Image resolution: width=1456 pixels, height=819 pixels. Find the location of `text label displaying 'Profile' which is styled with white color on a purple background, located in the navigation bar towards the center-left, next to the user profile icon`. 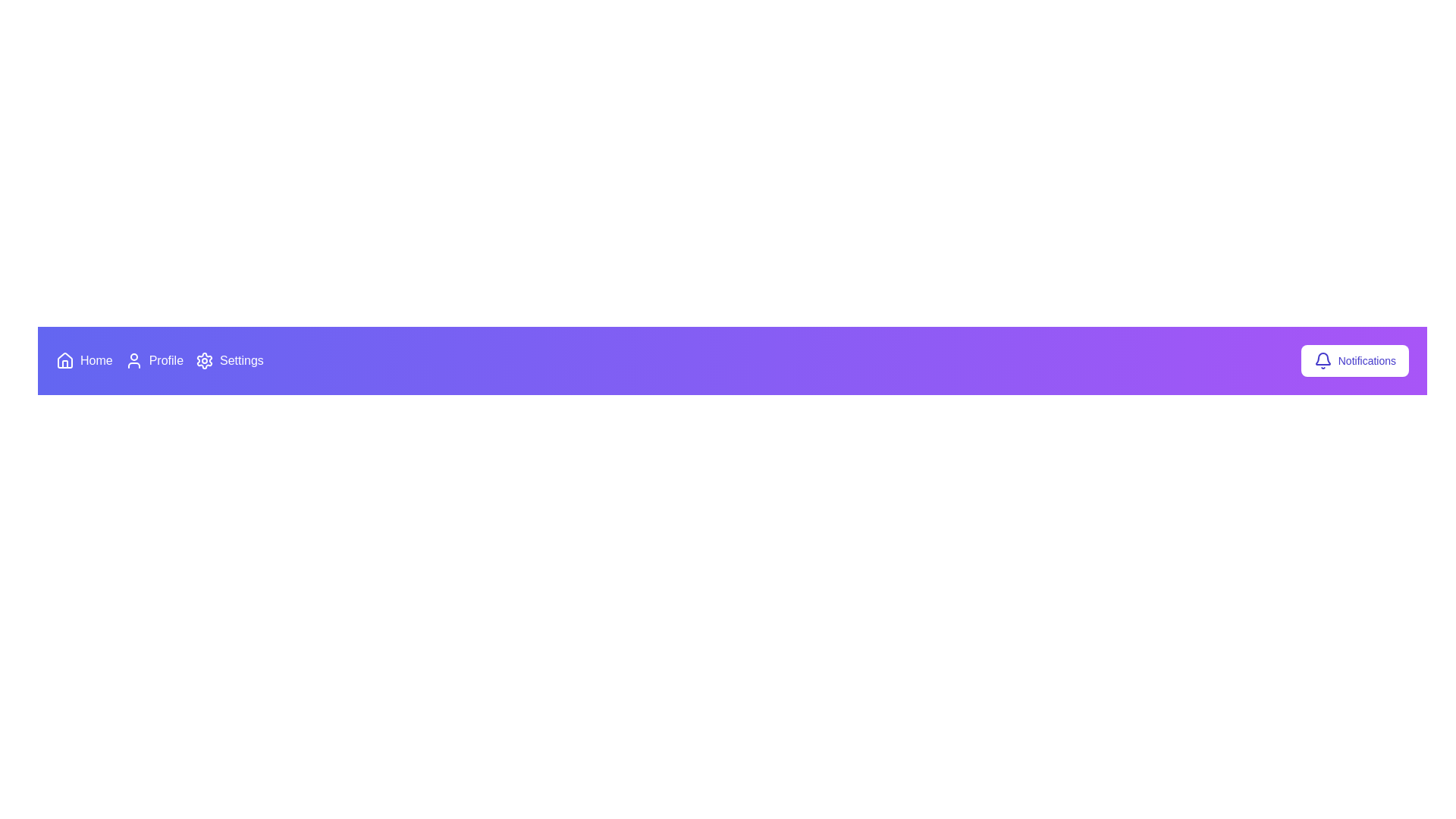

text label displaying 'Profile' which is styled with white color on a purple background, located in the navigation bar towards the center-left, next to the user profile icon is located at coordinates (166, 360).